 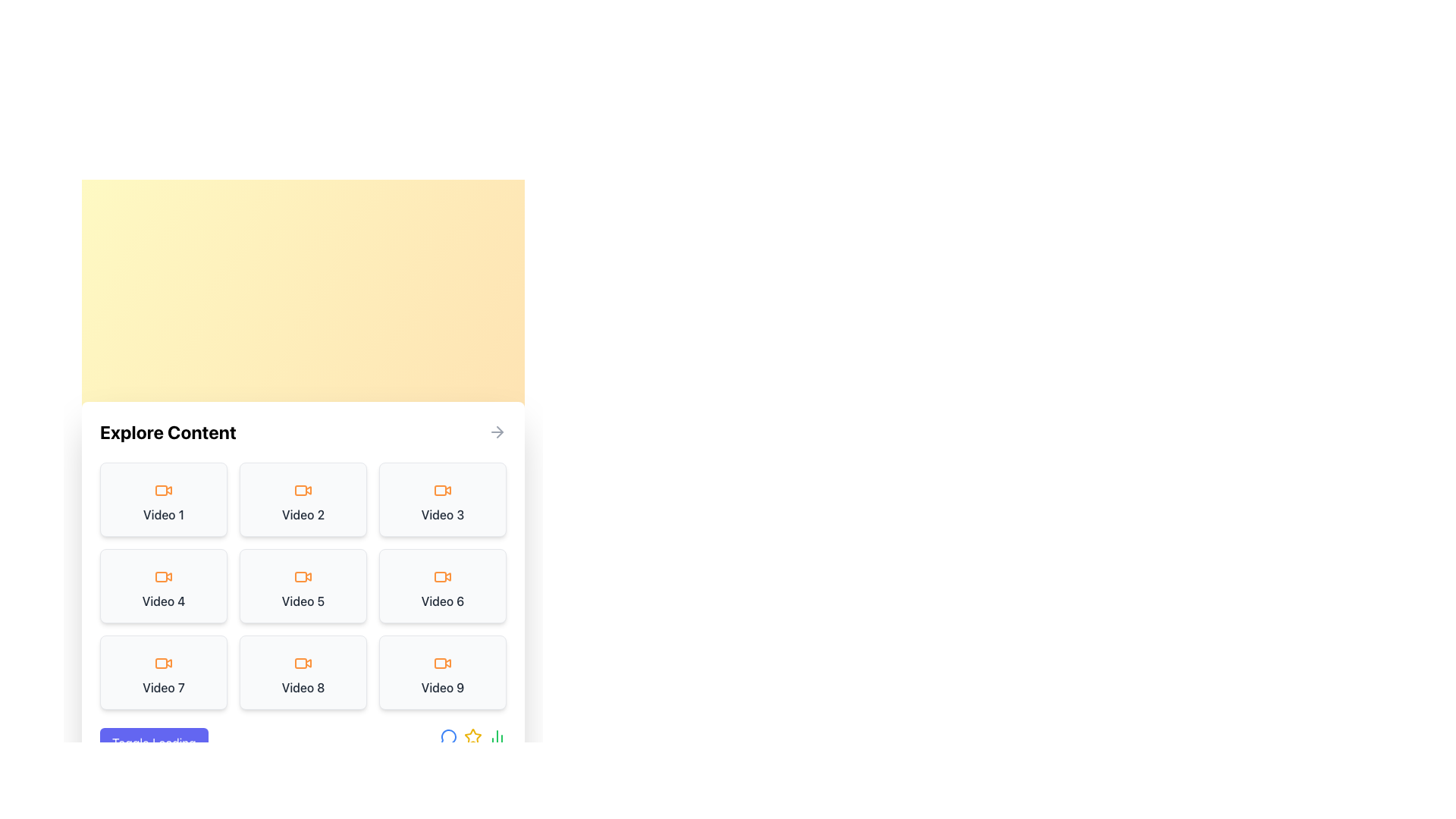 What do you see at coordinates (308, 489) in the screenshot?
I see `the video icon representing the 'Video 2' card in the 'Explore Content' segment, located in the first row and second column of the grid layout` at bounding box center [308, 489].